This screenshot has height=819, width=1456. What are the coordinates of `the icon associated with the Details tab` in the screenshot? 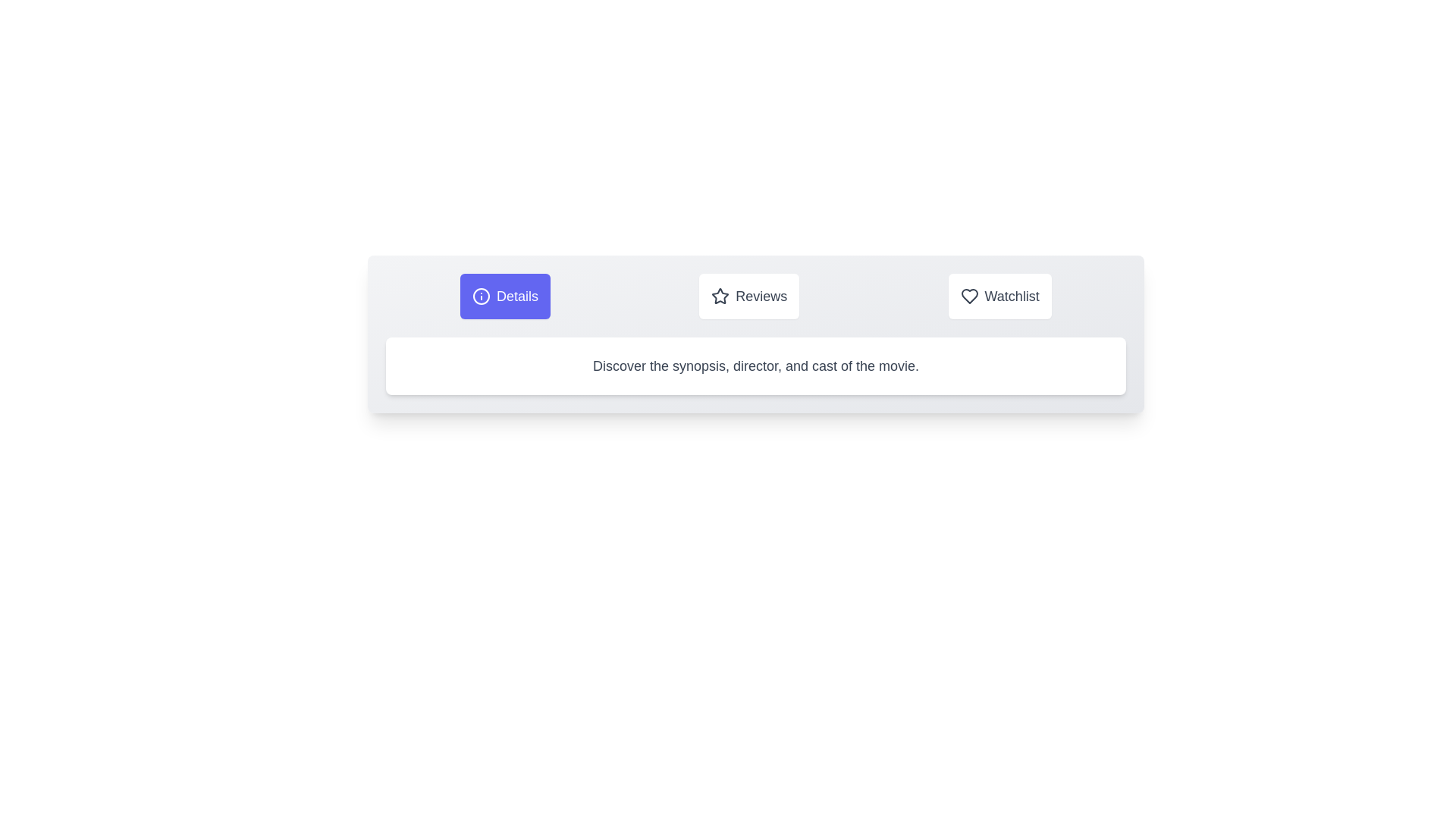 It's located at (481, 296).